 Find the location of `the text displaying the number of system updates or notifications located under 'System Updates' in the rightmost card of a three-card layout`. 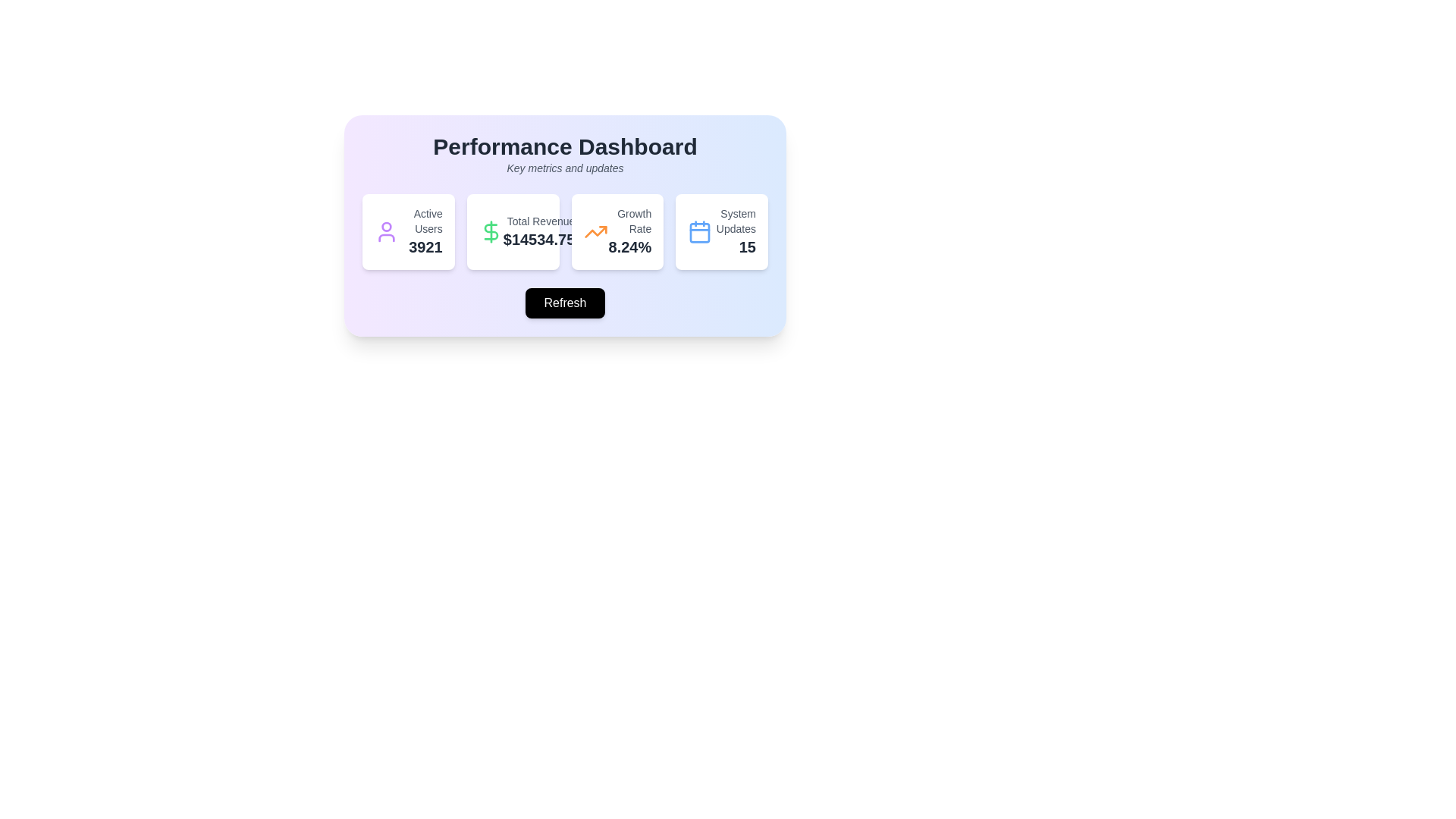

the text displaying the number of system updates or notifications located under 'System Updates' in the rightmost card of a three-card layout is located at coordinates (734, 246).